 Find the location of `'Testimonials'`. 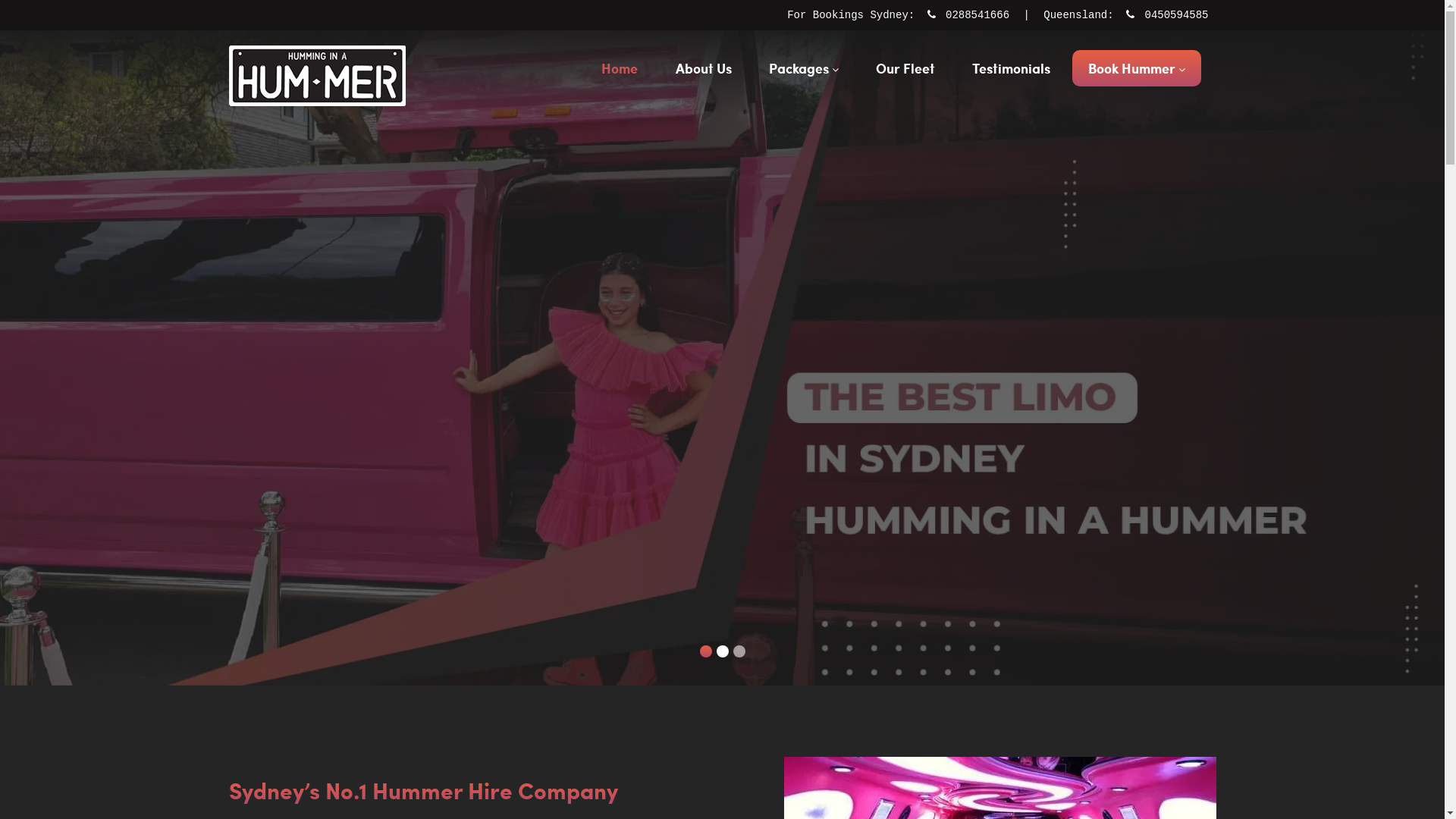

'Testimonials' is located at coordinates (955, 67).